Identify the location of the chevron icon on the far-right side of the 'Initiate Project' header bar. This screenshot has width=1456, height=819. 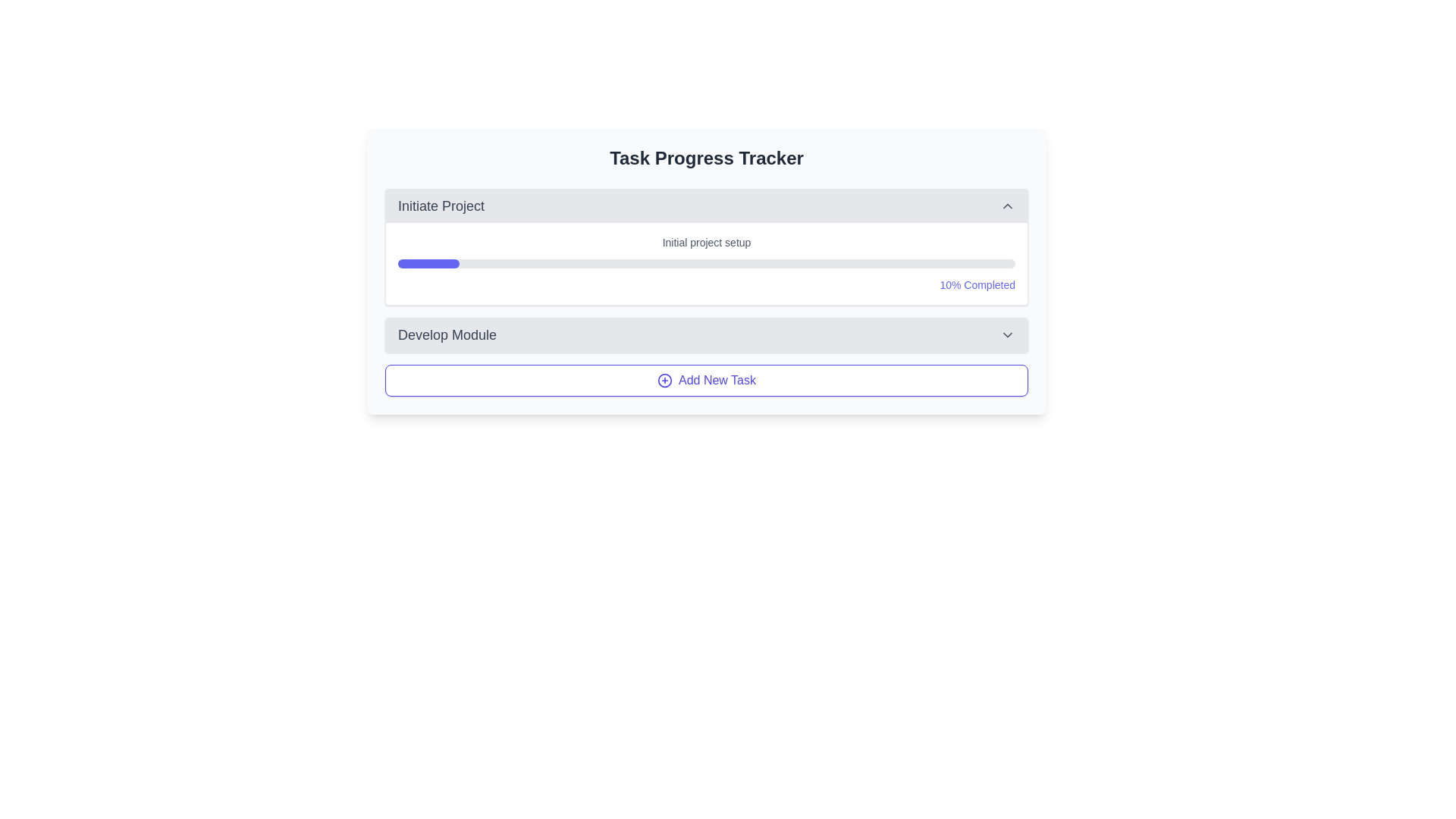
(1008, 206).